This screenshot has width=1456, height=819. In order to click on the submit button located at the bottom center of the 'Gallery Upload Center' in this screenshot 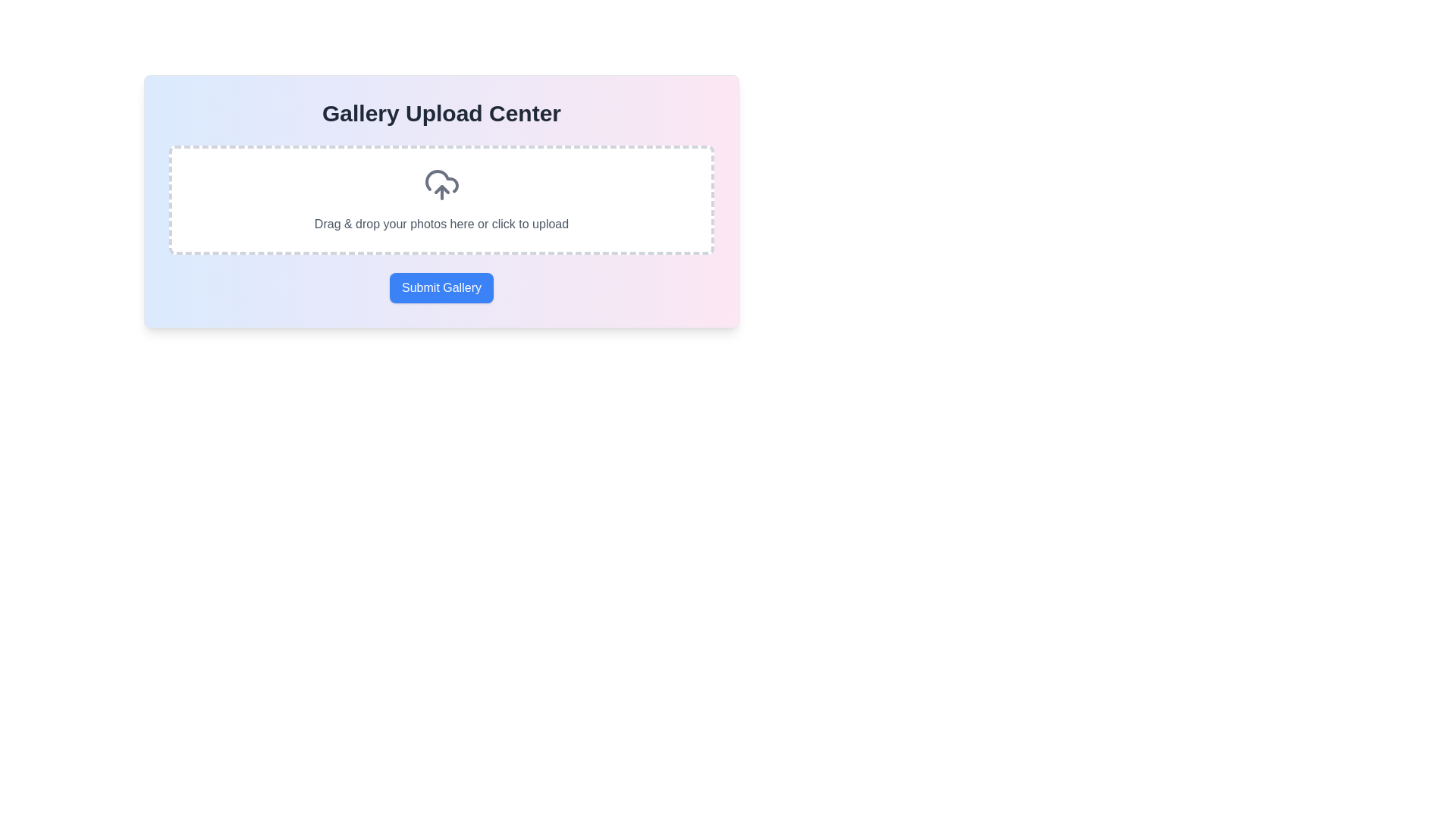, I will do `click(441, 288)`.